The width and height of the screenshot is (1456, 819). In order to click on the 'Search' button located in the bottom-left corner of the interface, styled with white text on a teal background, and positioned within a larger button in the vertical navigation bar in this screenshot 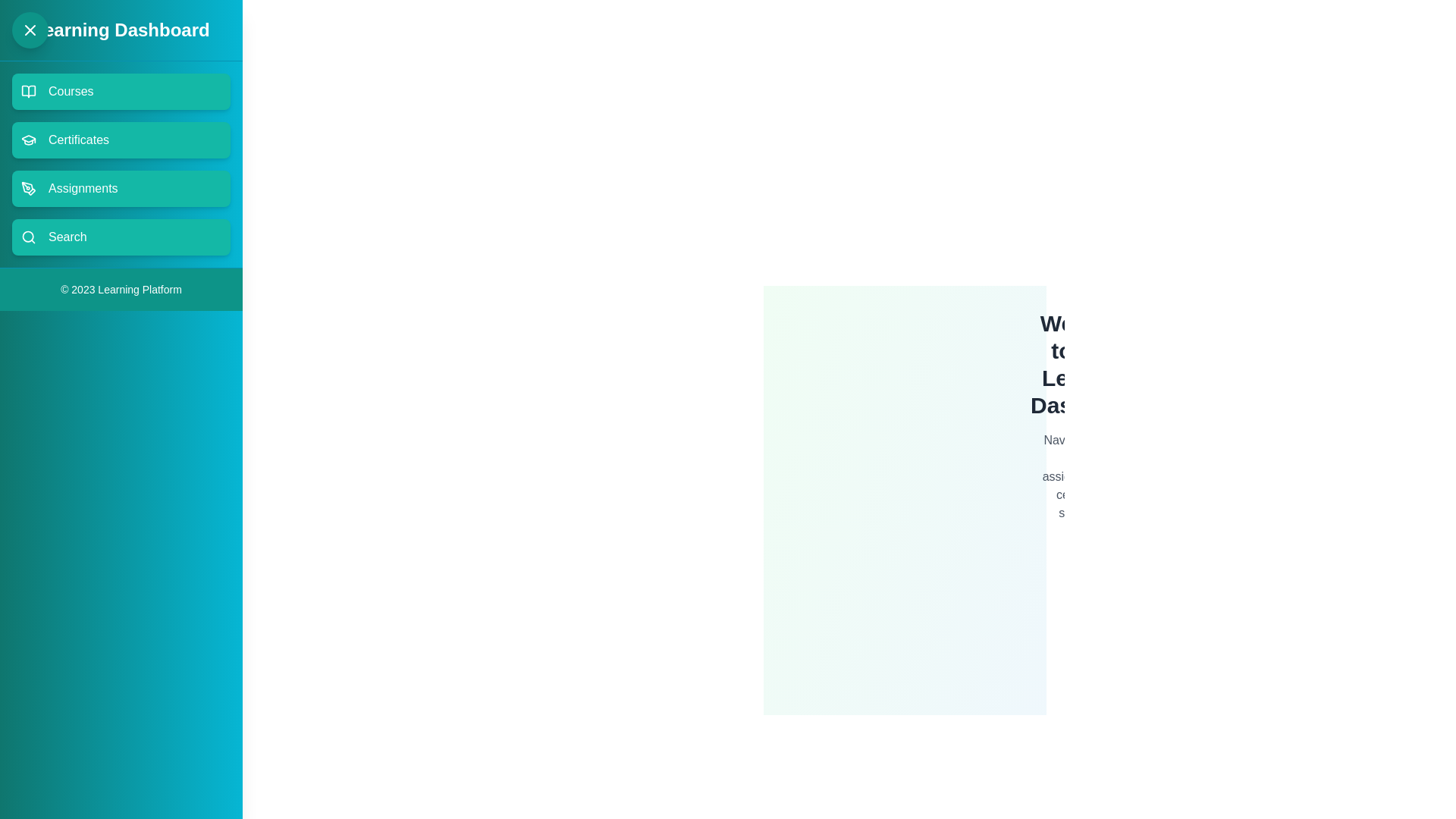, I will do `click(67, 237)`.